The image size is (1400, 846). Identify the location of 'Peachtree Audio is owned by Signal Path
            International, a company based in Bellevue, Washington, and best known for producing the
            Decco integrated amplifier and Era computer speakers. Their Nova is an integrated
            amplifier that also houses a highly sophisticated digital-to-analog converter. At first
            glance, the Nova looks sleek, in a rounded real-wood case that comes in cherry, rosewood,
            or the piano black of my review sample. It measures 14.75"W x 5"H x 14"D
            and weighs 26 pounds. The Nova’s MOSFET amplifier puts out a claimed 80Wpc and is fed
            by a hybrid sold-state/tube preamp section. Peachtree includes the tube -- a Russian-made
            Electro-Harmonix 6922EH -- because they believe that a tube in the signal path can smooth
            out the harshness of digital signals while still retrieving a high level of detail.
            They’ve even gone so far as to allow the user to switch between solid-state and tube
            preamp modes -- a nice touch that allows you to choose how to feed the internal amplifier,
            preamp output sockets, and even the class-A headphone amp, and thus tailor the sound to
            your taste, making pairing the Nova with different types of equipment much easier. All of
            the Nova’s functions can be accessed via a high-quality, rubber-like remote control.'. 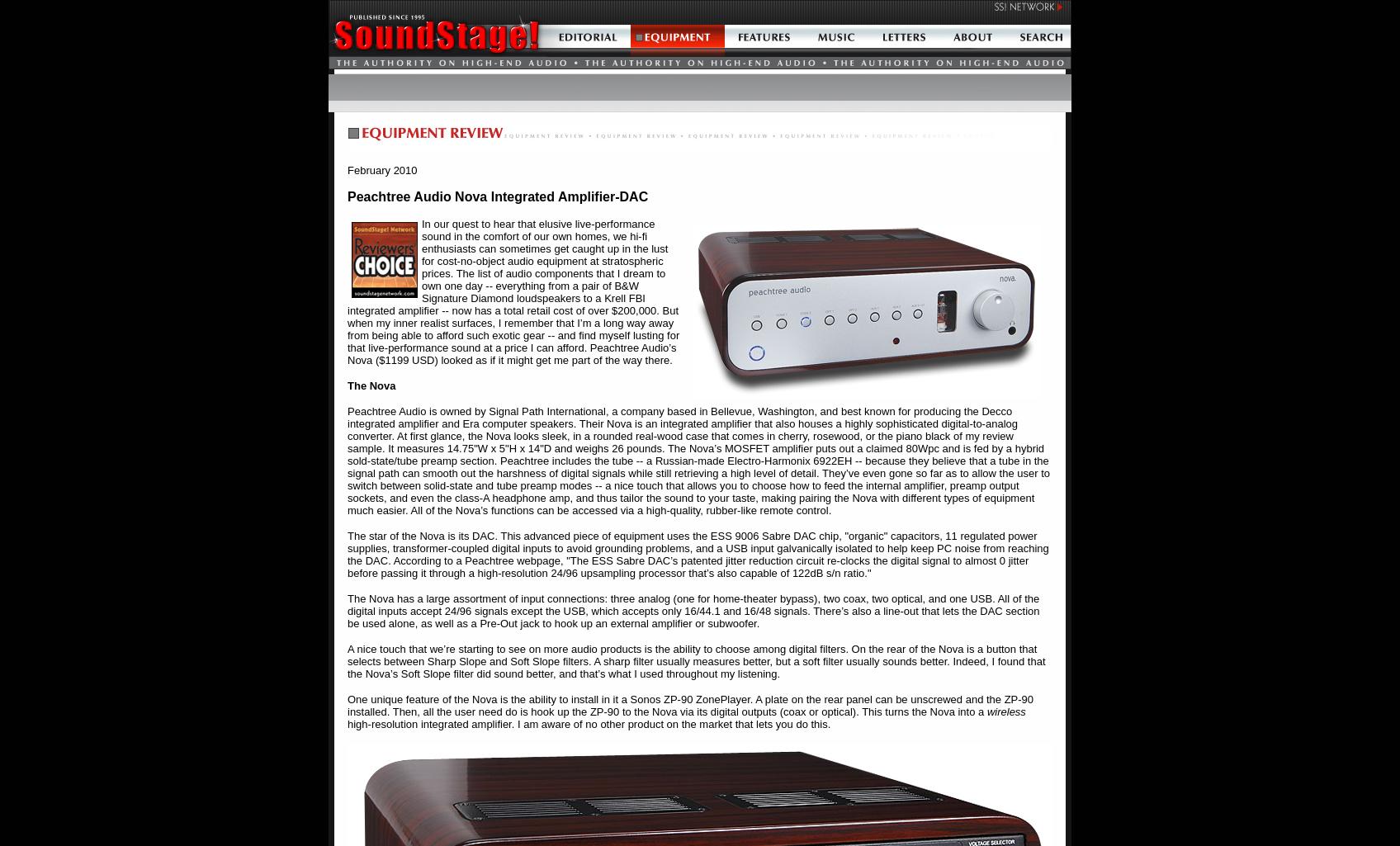
(346, 460).